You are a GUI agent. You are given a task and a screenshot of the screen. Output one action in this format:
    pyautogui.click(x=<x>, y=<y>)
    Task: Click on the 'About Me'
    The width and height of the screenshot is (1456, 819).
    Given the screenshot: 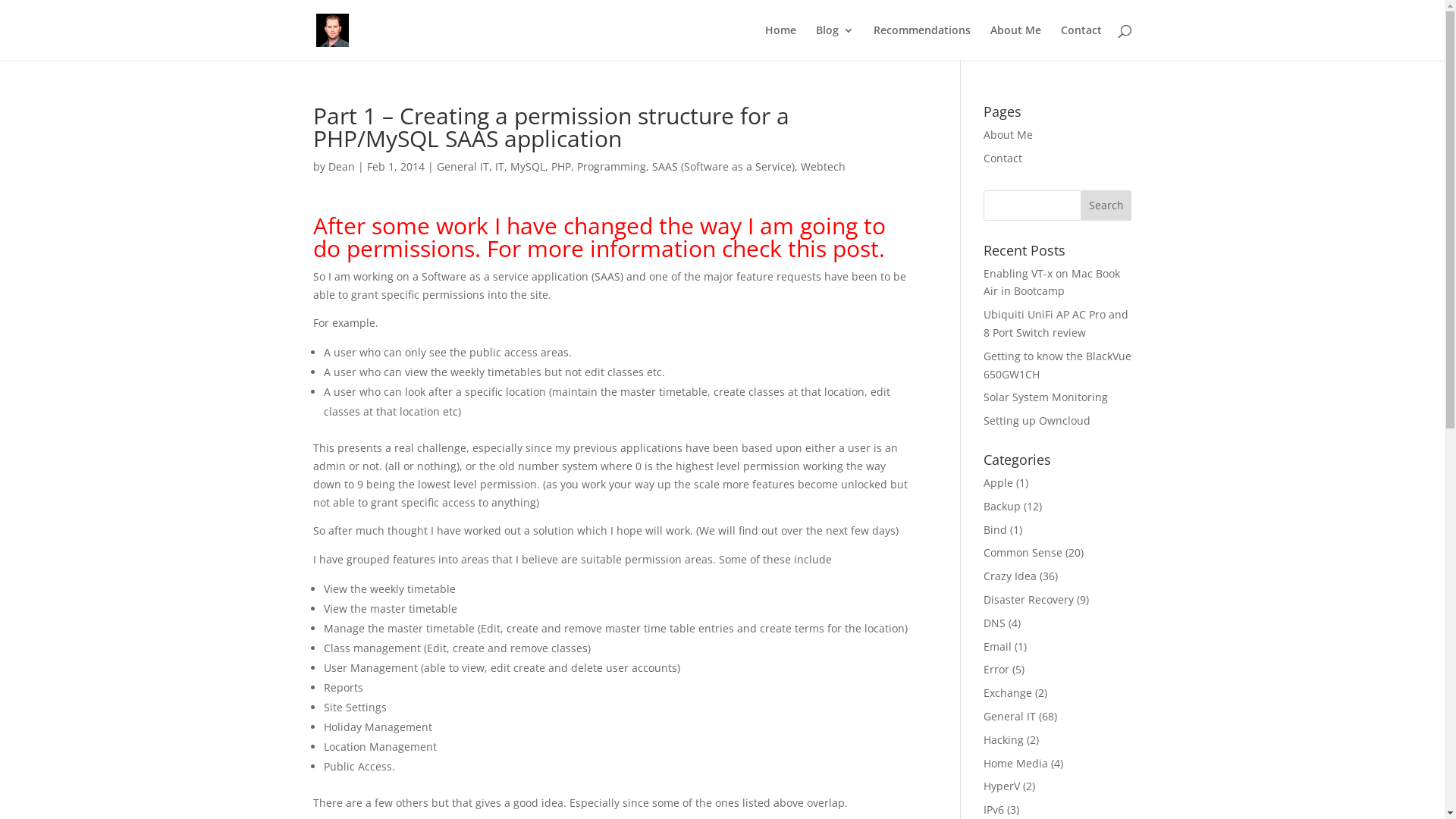 What is the action you would take?
    pyautogui.click(x=1015, y=42)
    